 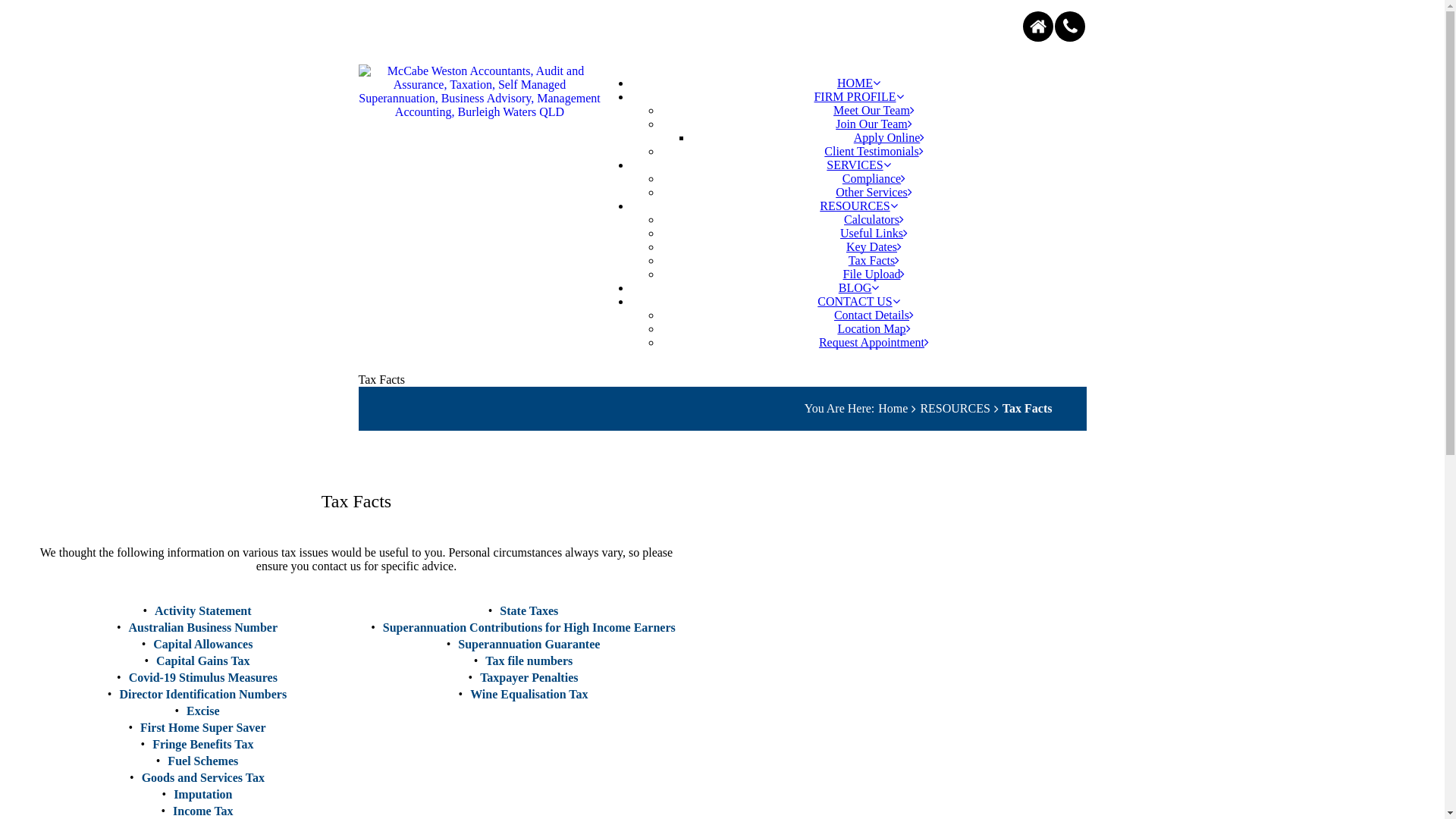 What do you see at coordinates (858, 83) in the screenshot?
I see `'HOME'` at bounding box center [858, 83].